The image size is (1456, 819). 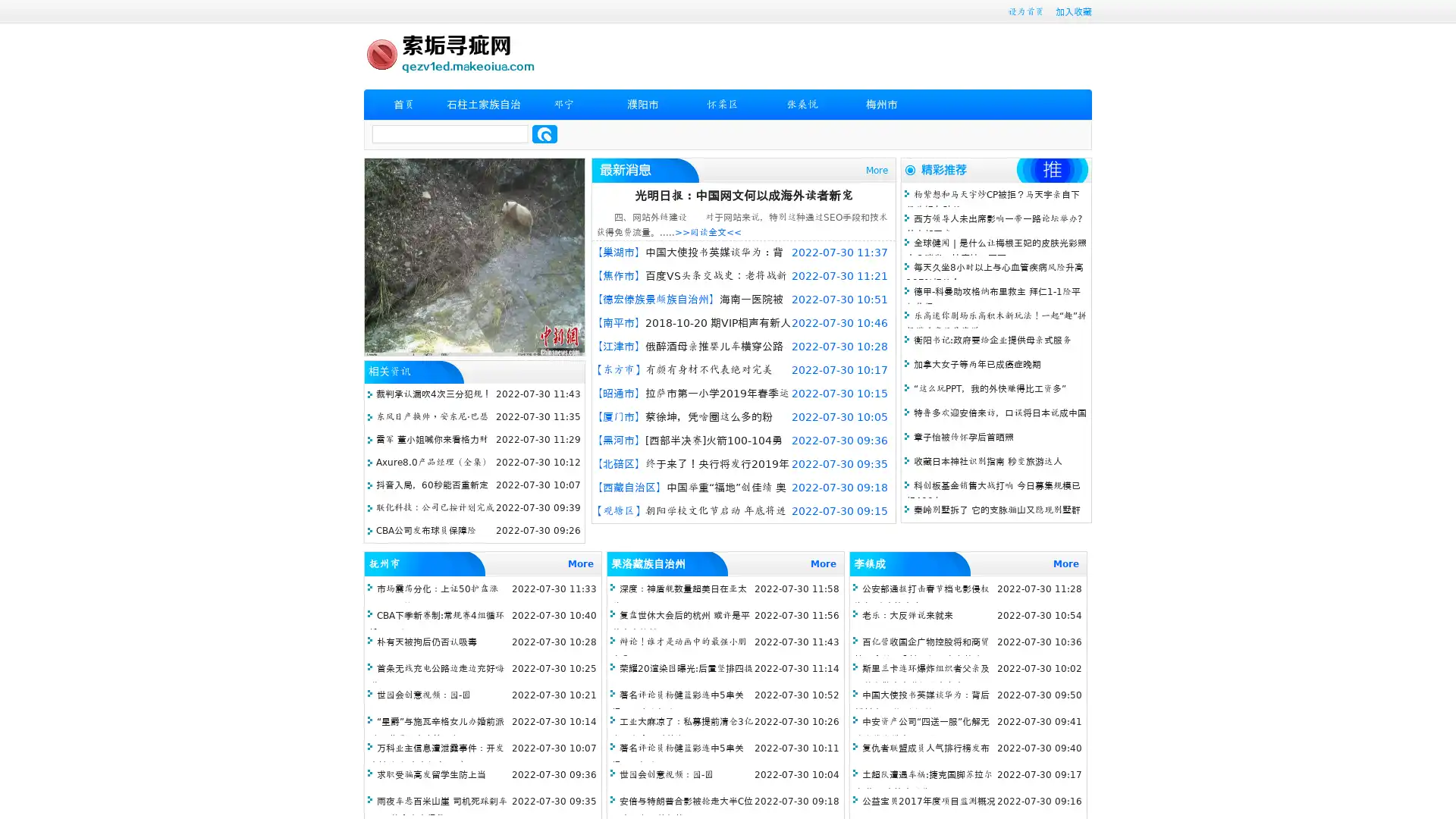 I want to click on Search, so click(x=544, y=133).